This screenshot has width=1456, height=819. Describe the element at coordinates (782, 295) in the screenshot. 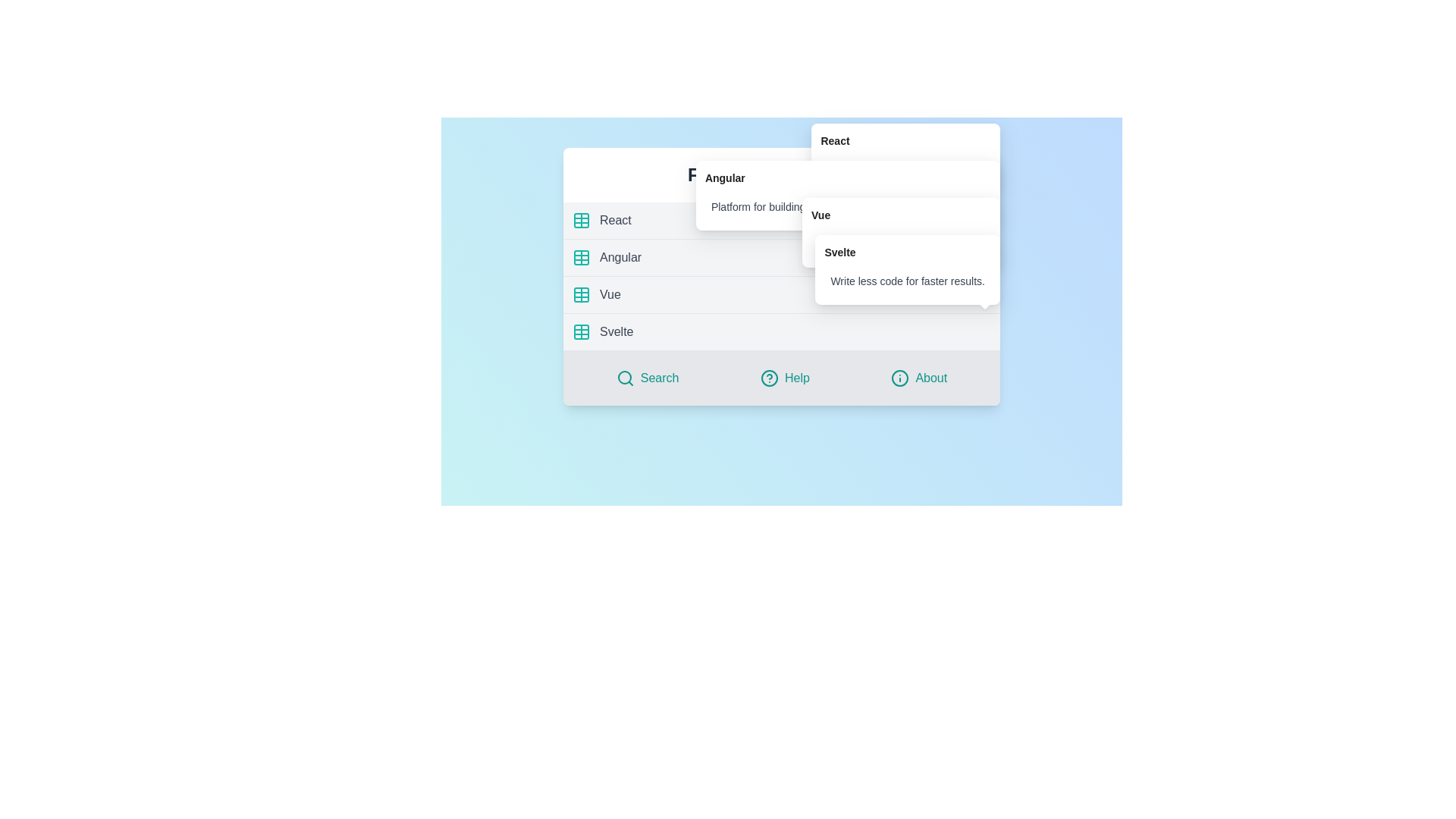

I see `the third selectable item in the 'Frameworks Info Grid' list, which relates to the 'Vue' framework` at that location.